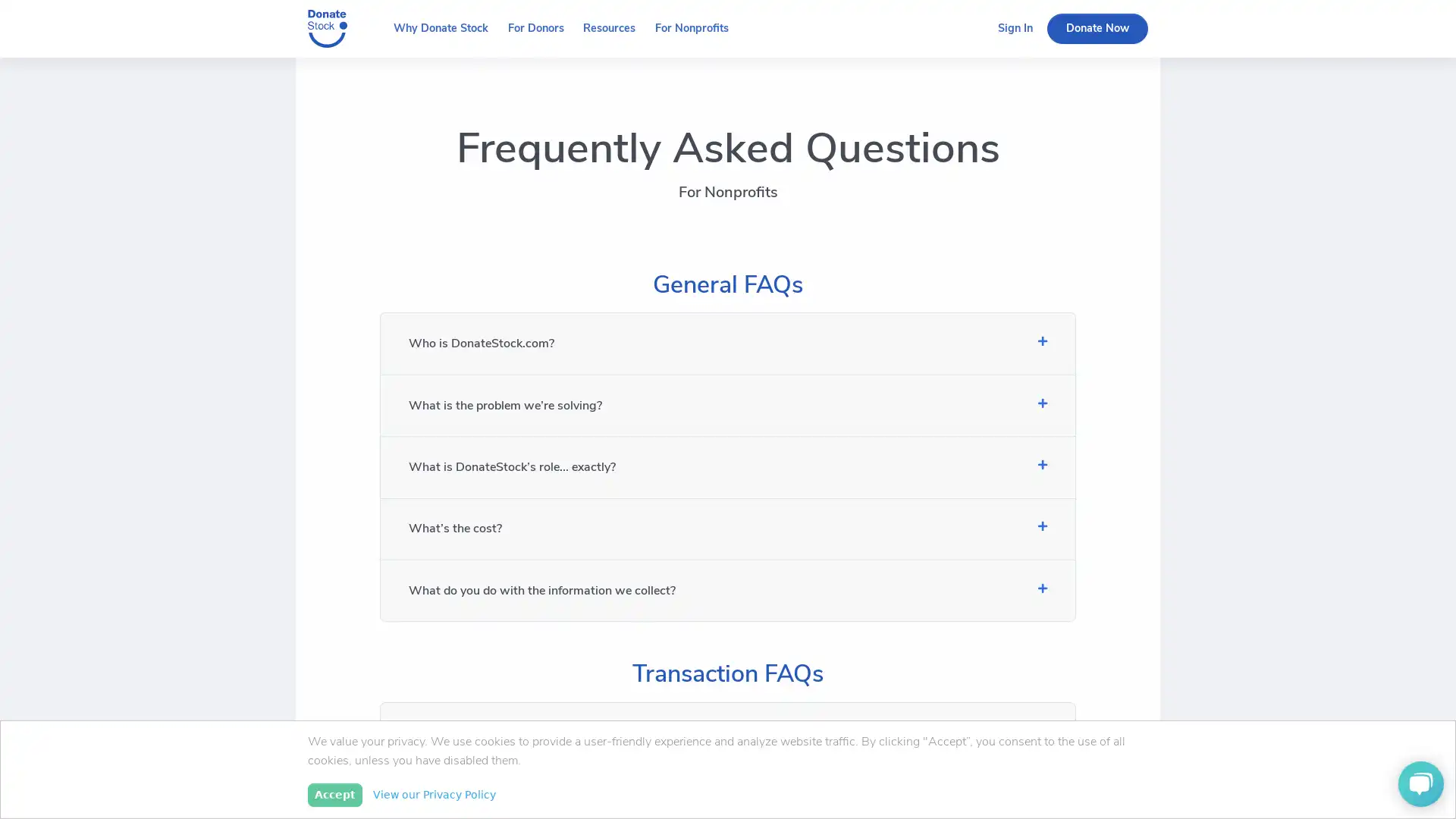  What do you see at coordinates (726, 732) in the screenshot?
I see `How are donations submitted?` at bounding box center [726, 732].